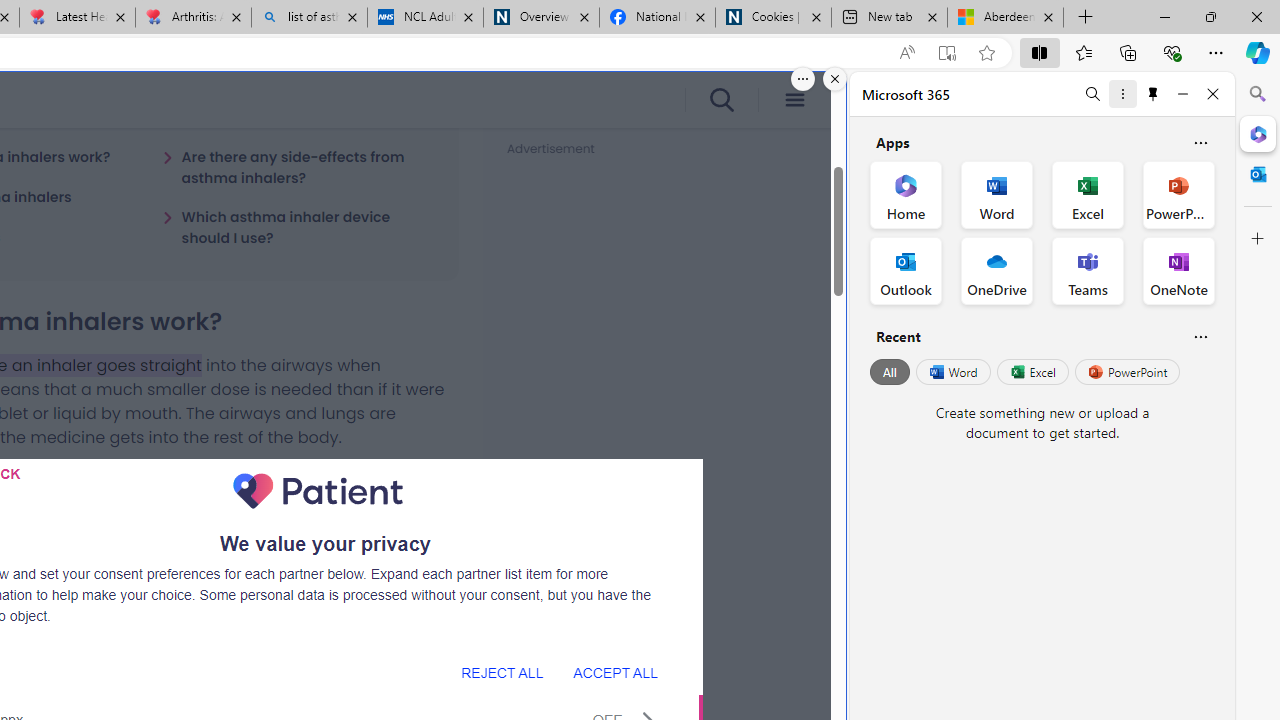 The height and width of the screenshot is (720, 1280). What do you see at coordinates (1153, 93) in the screenshot?
I see `'Unpin side pane'` at bounding box center [1153, 93].